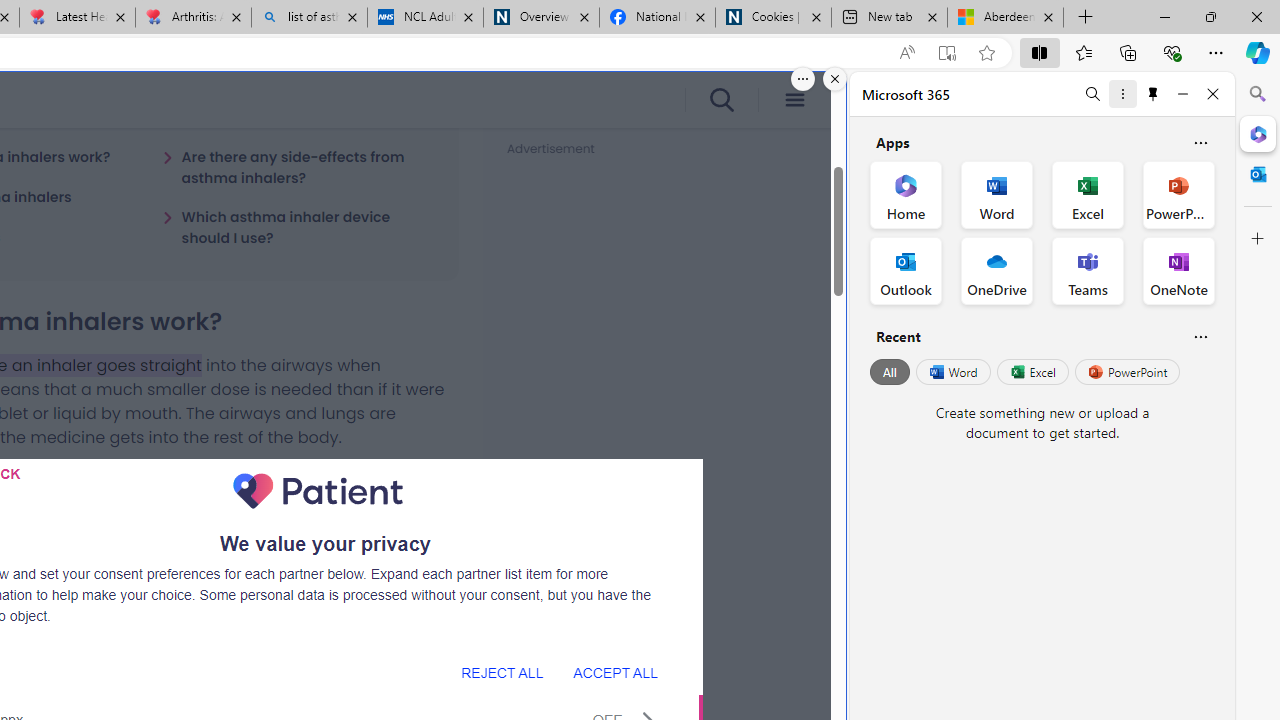 The height and width of the screenshot is (720, 1280). What do you see at coordinates (1153, 93) in the screenshot?
I see `'Unpin side pane'` at bounding box center [1153, 93].